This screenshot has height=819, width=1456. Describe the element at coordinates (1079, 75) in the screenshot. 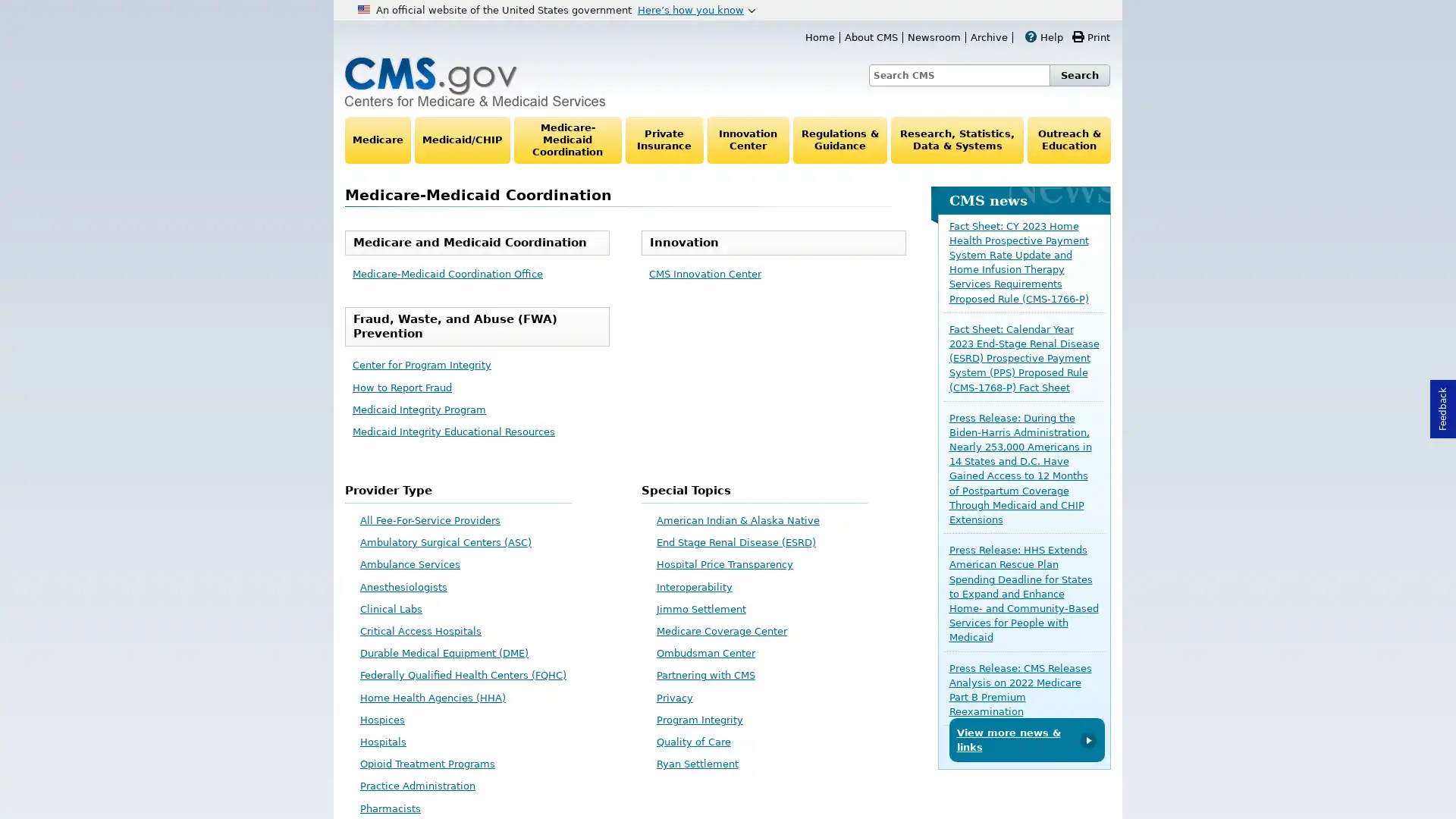

I see `Search` at that location.